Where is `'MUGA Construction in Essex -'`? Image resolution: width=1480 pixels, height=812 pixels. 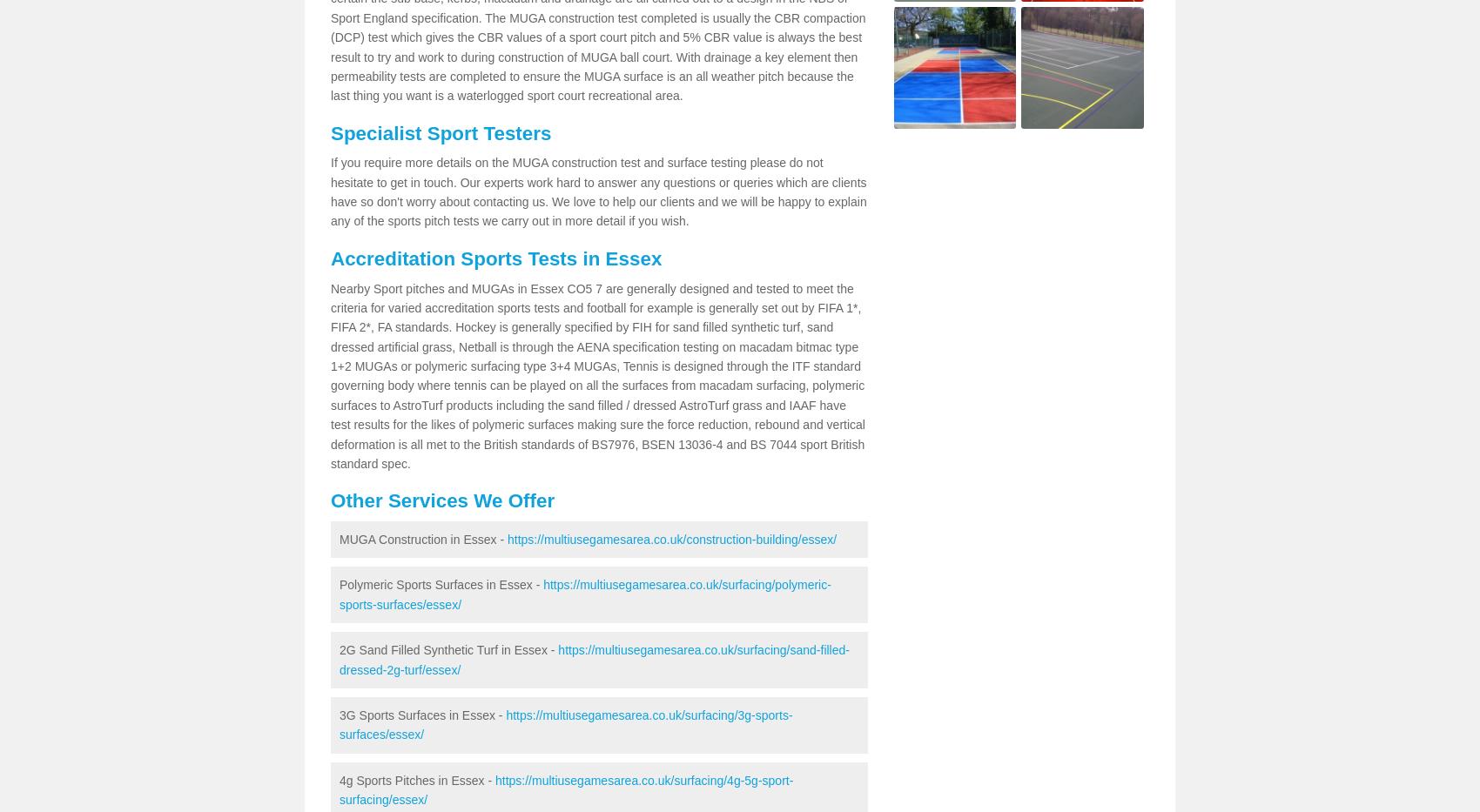 'MUGA Construction in Essex -' is located at coordinates (423, 539).